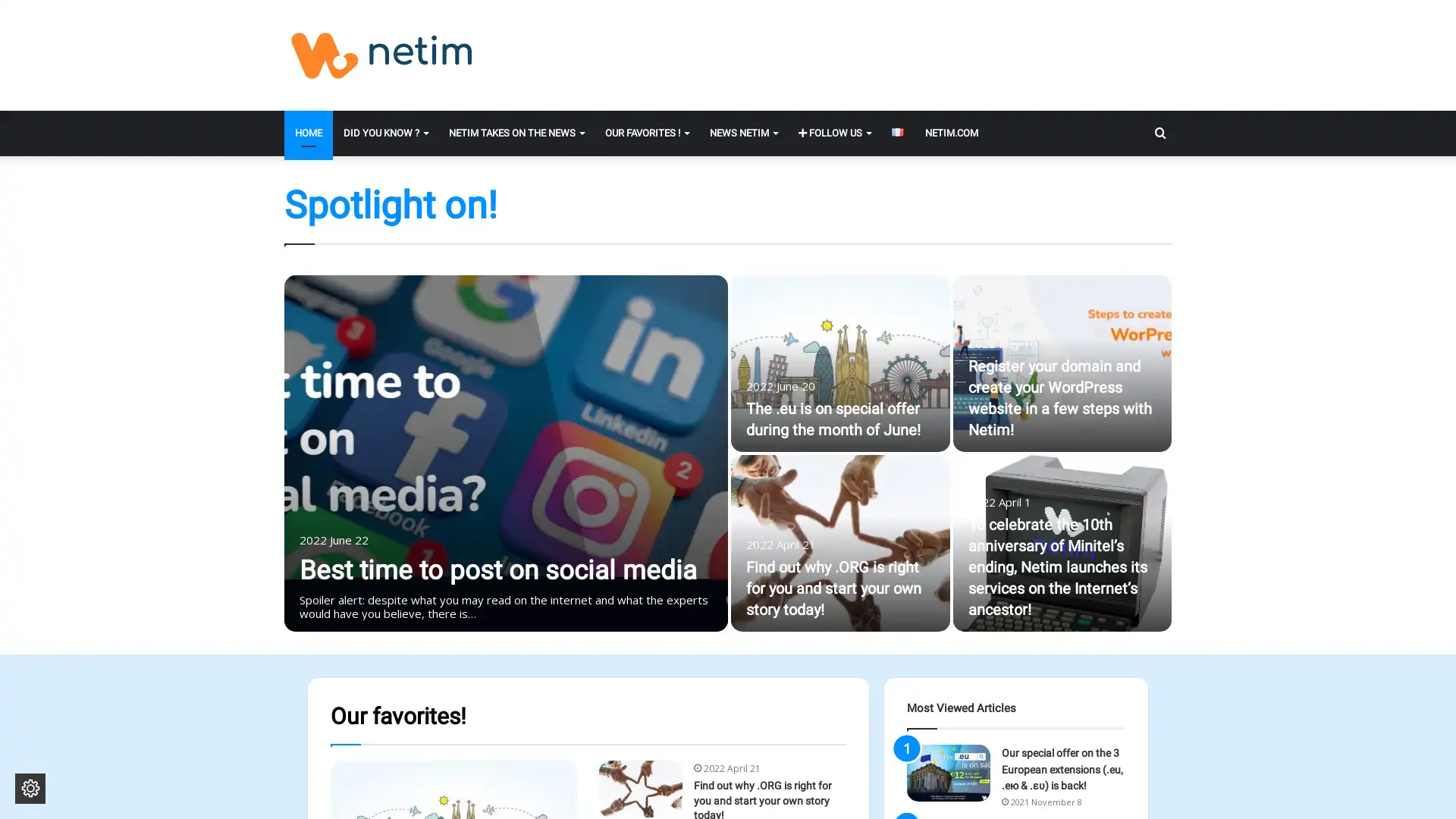 The height and width of the screenshot is (819, 1456). What do you see at coordinates (30, 788) in the screenshot?
I see `Change cookie settings` at bounding box center [30, 788].